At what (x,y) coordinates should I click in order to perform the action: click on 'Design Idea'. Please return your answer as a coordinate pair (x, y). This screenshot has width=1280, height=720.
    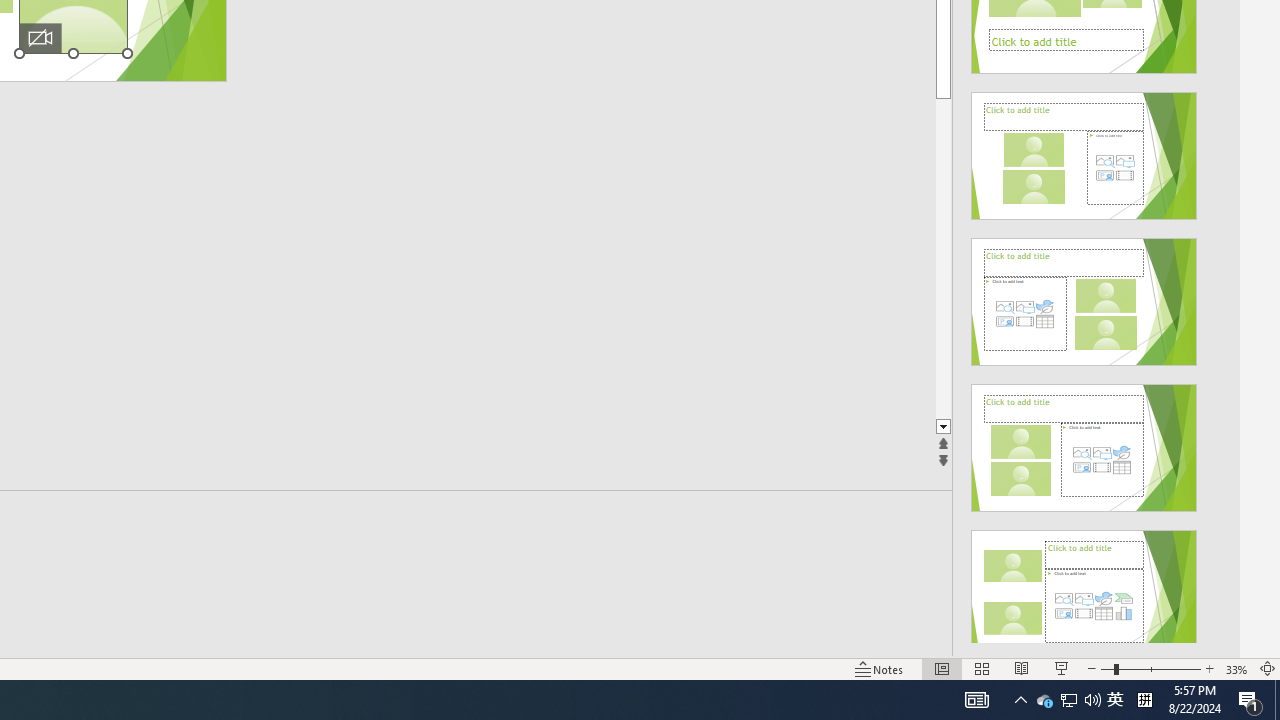
    Looking at the image, I should click on (1083, 586).